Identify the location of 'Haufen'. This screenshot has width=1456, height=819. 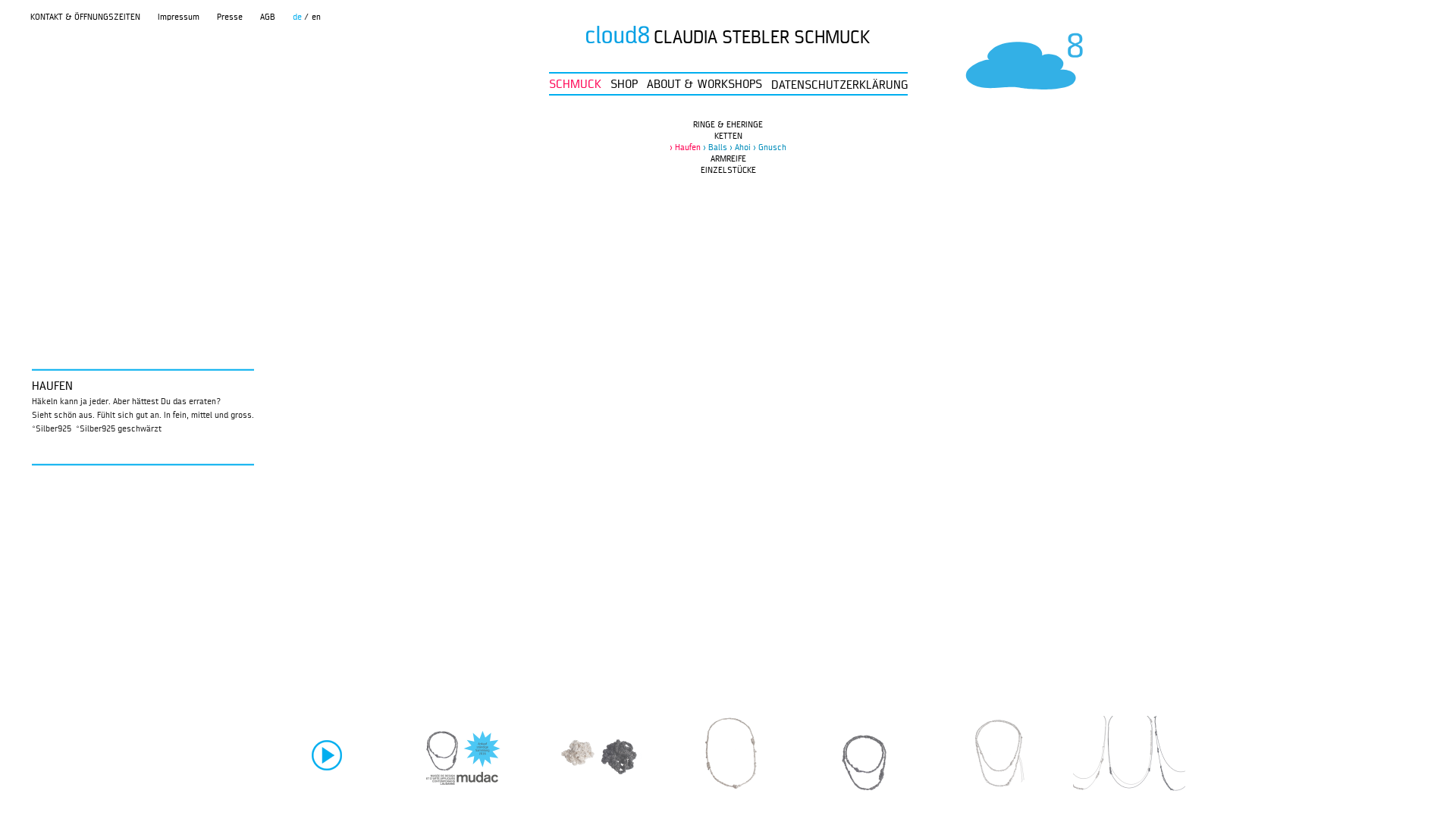
(684, 148).